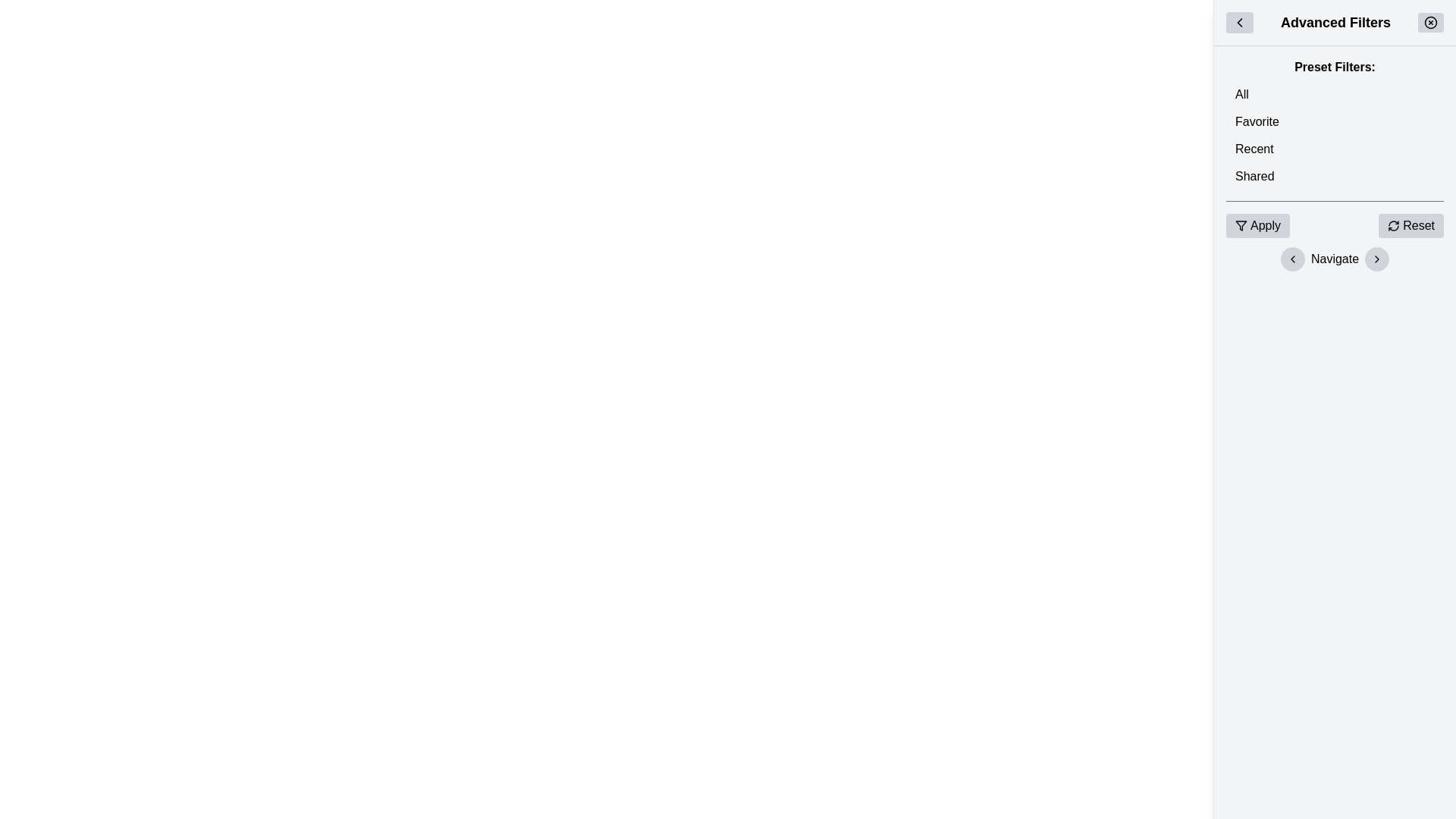  Describe the element at coordinates (1410, 225) in the screenshot. I see `the reset button located to the right of the 'Apply' button in the top-right section of the sidebar interface` at that location.